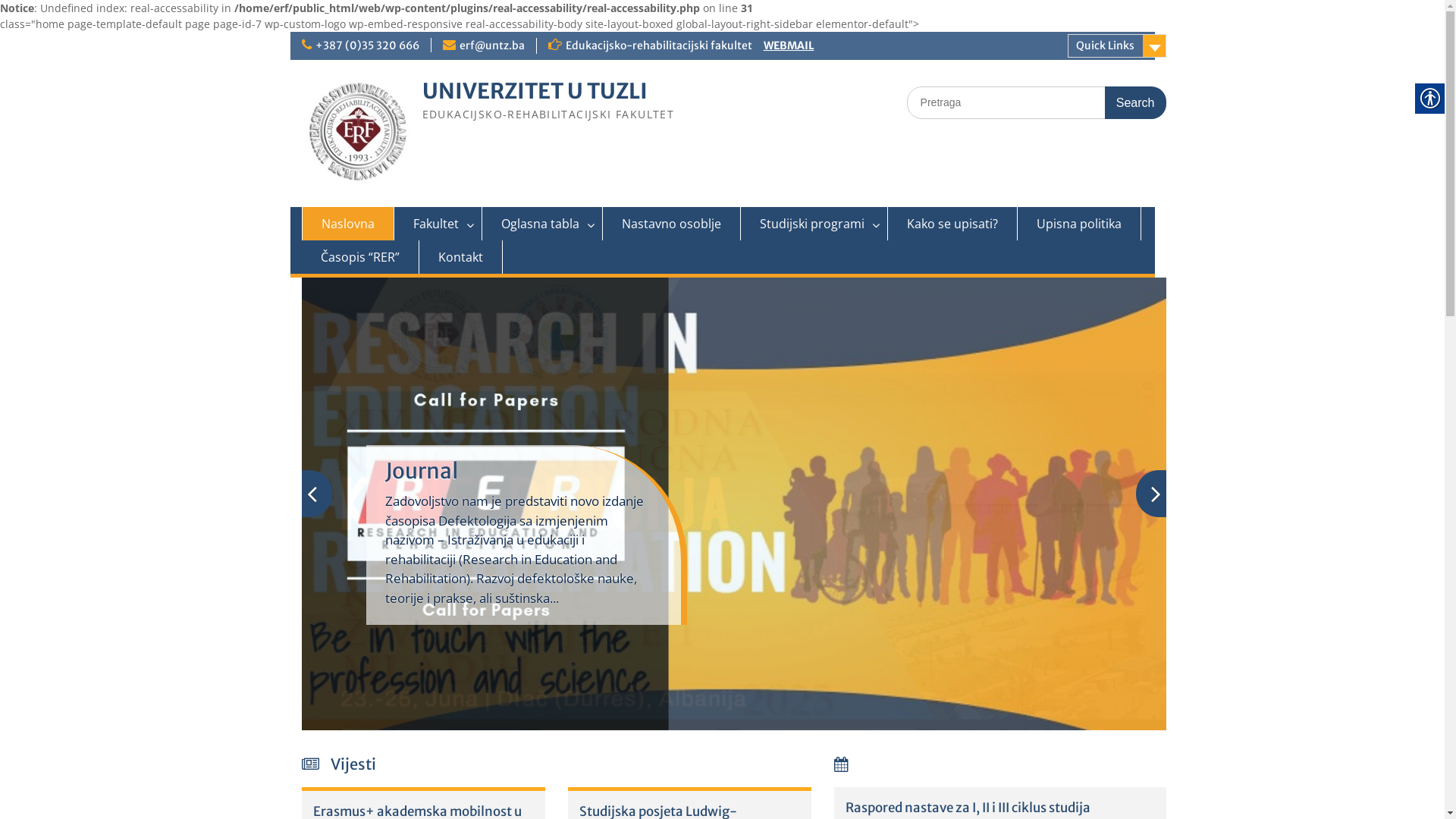 This screenshot has height=819, width=1456. Describe the element at coordinates (1135, 102) in the screenshot. I see `'Search'` at that location.